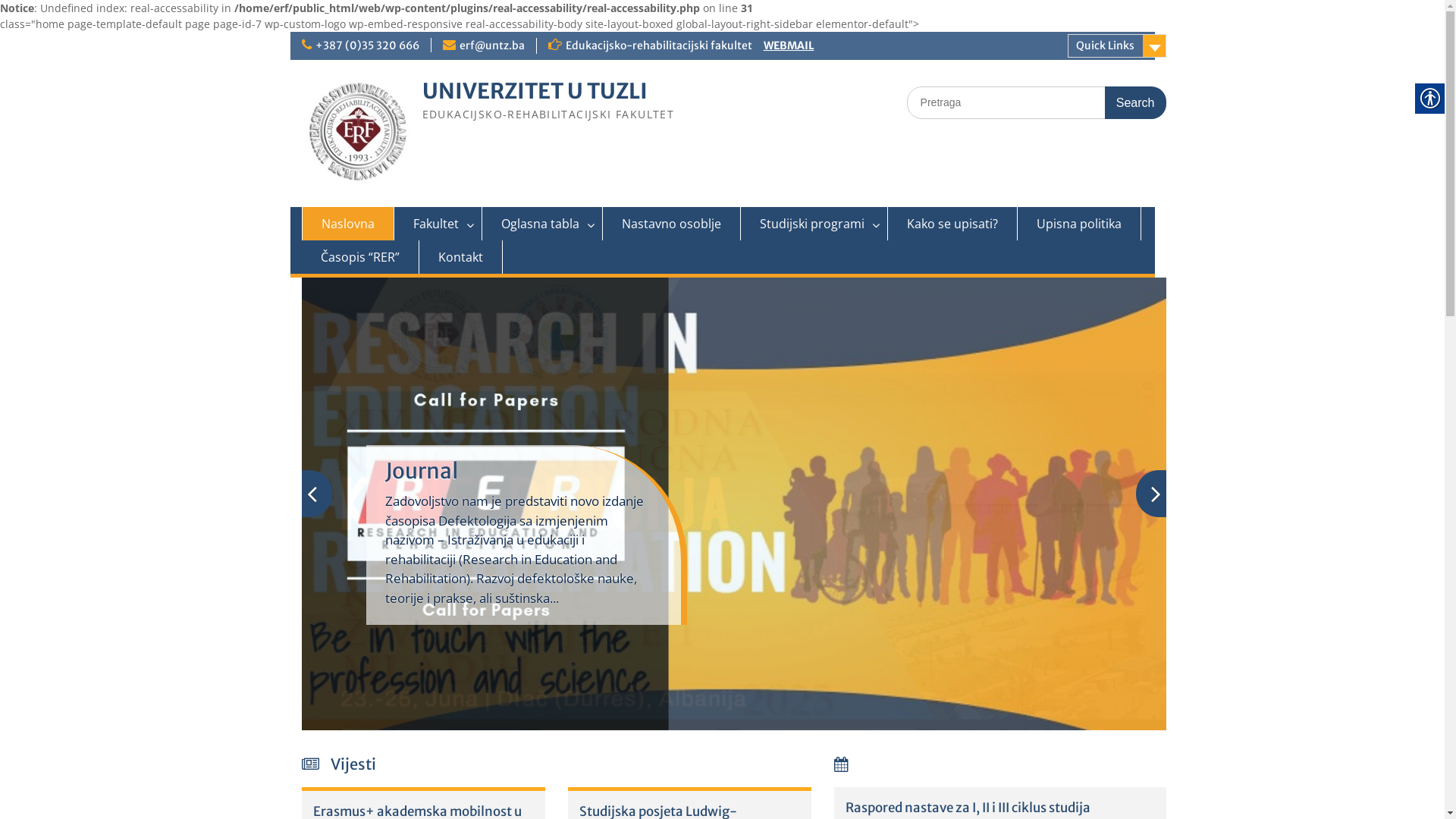 This screenshot has height=819, width=1456. Describe the element at coordinates (1135, 102) in the screenshot. I see `'Search'` at that location.